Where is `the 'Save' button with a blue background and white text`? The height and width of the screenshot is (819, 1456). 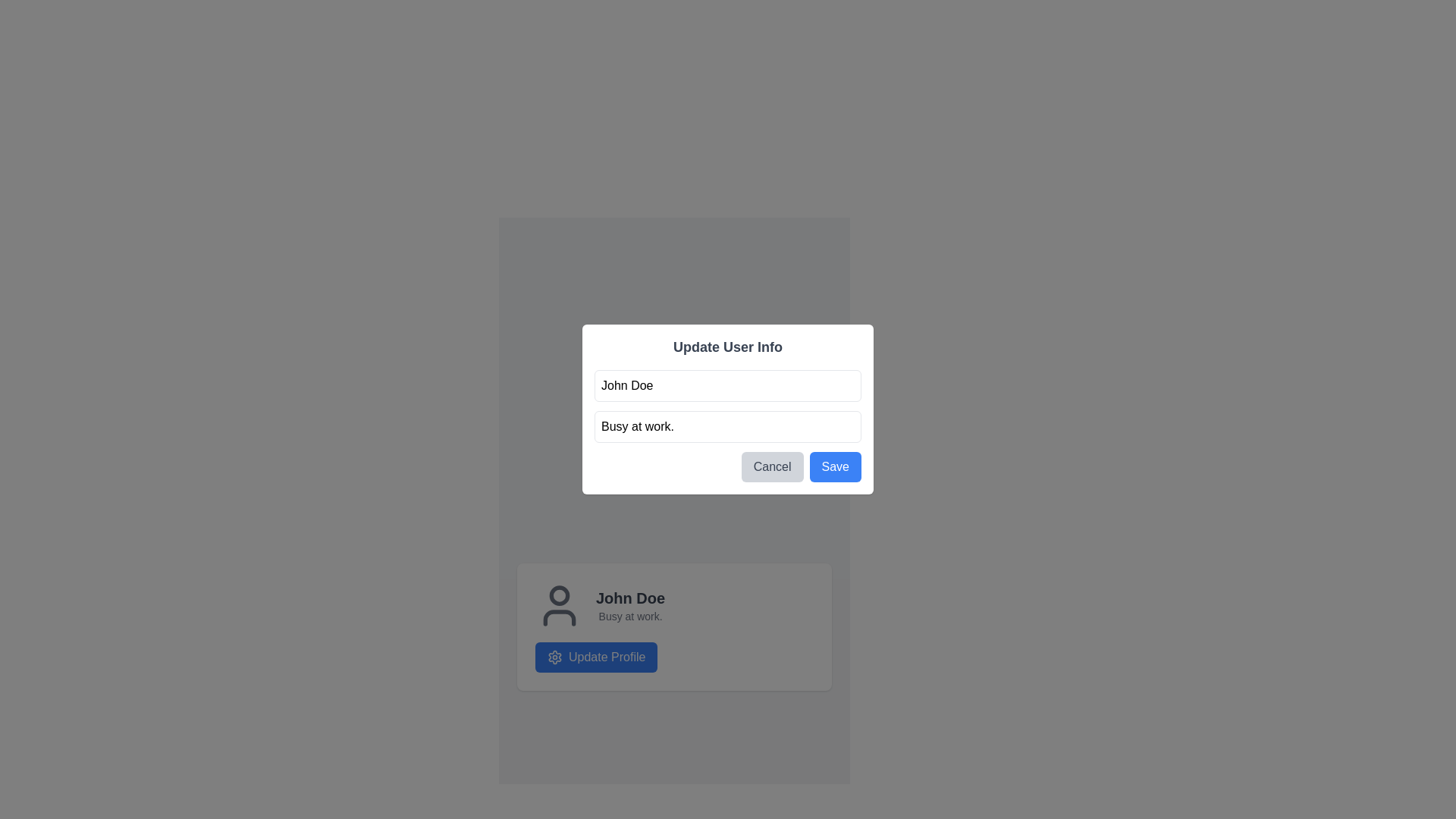 the 'Save' button with a blue background and white text is located at coordinates (834, 466).